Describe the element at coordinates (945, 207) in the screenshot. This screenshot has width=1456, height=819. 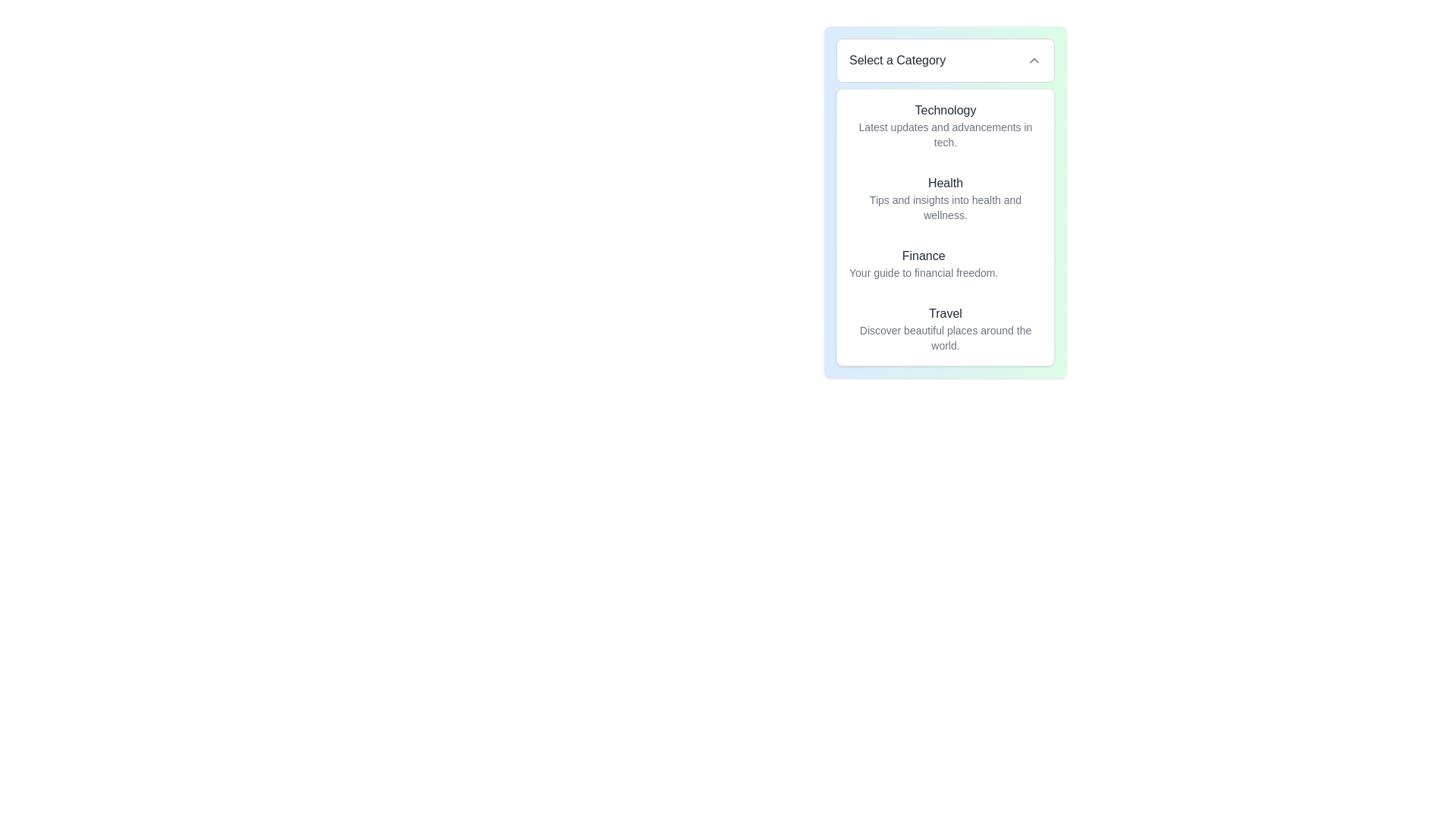
I see `the Text Label displaying 'Tips and insights into health and wellness.' which is located under the title 'Health'` at that location.